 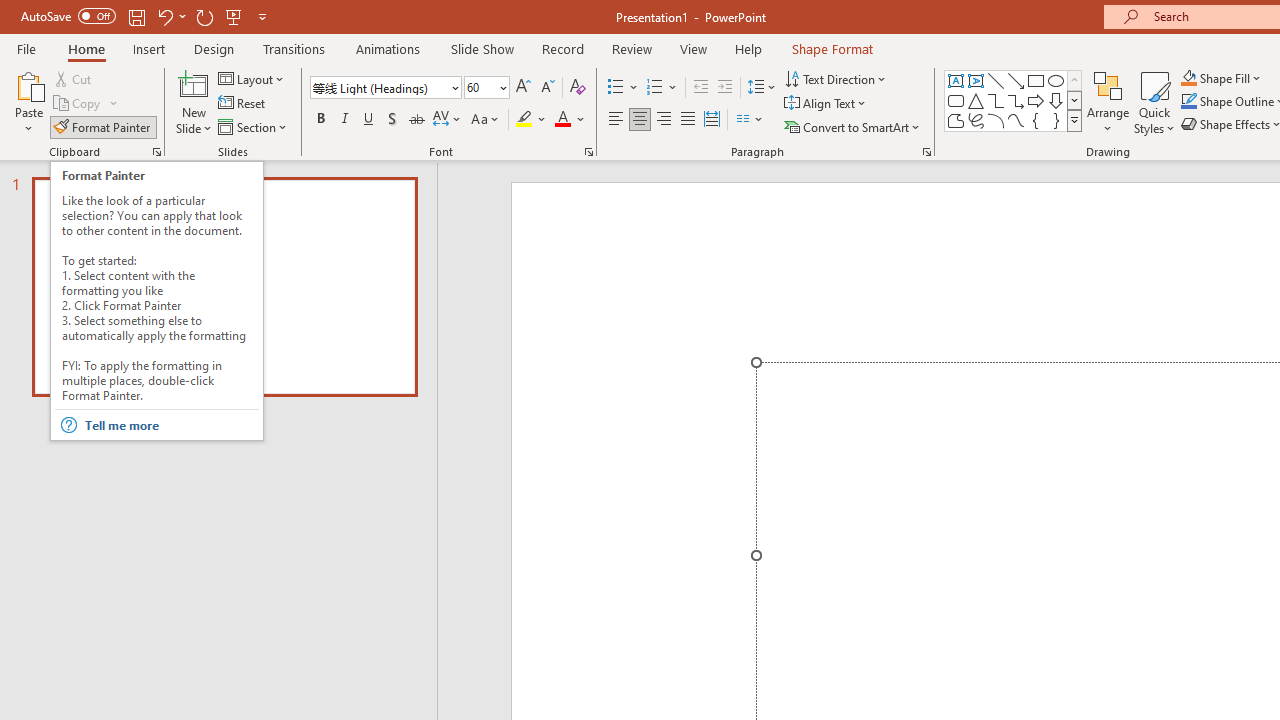 What do you see at coordinates (68, 16) in the screenshot?
I see `'AutoSave'` at bounding box center [68, 16].